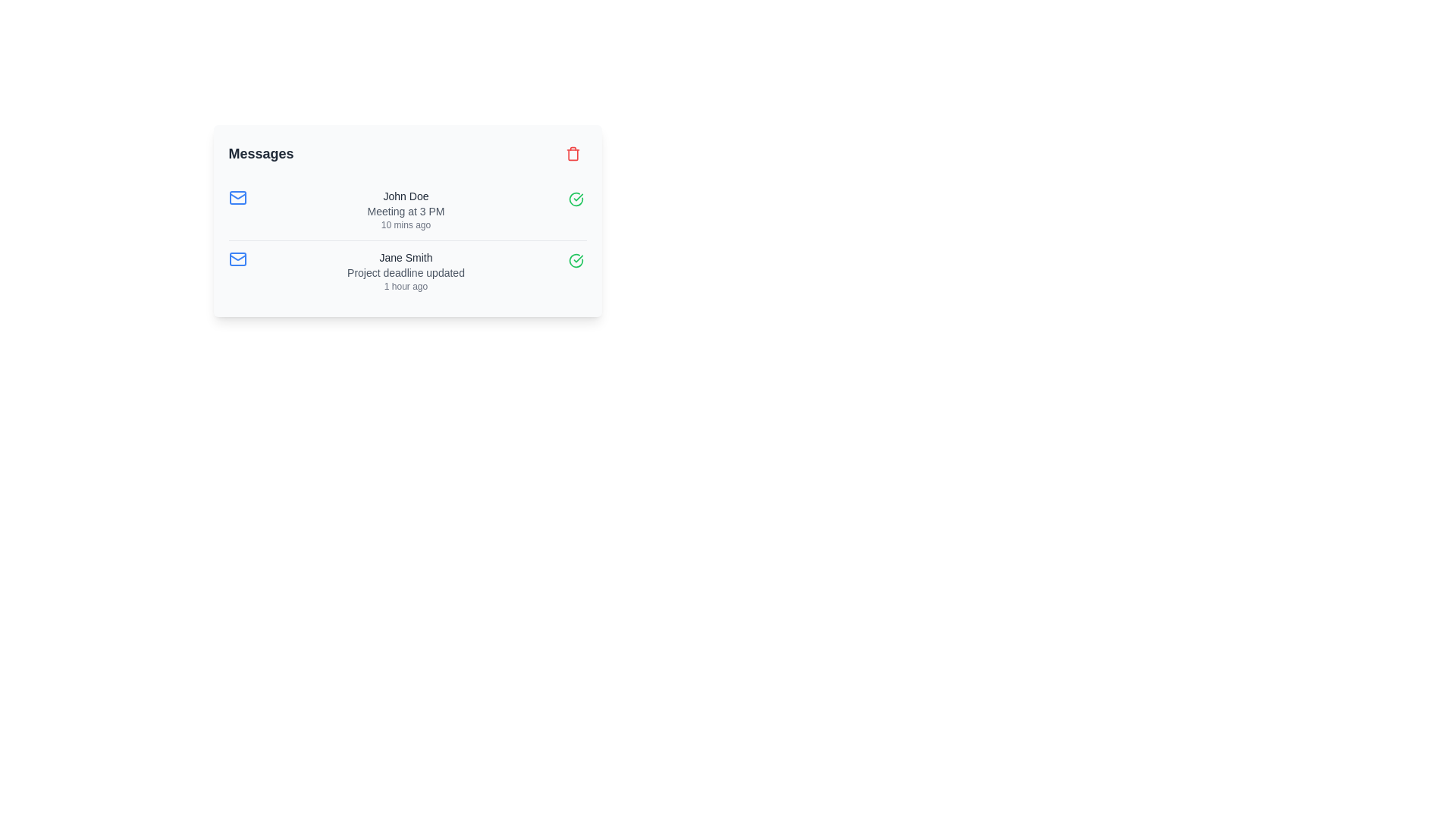 This screenshot has height=819, width=1456. Describe the element at coordinates (406, 271) in the screenshot. I see `the text-based notification entry displaying 'Jane Smith', which includes the subtitle 'Project deadline updated' and the timestamp '1 hour ago'` at that location.